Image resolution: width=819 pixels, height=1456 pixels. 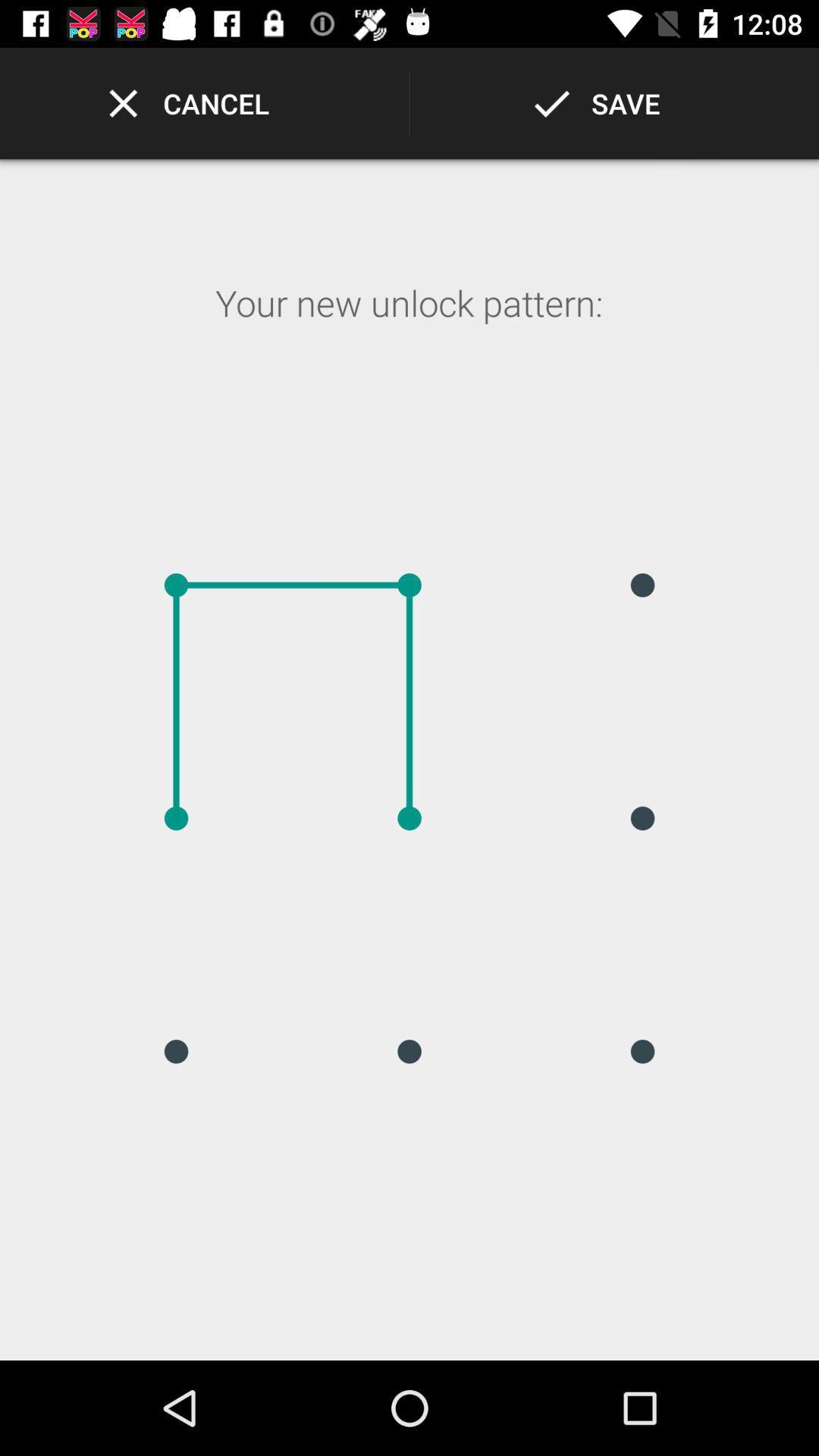 I want to click on icon below the cancel icon, so click(x=408, y=322).